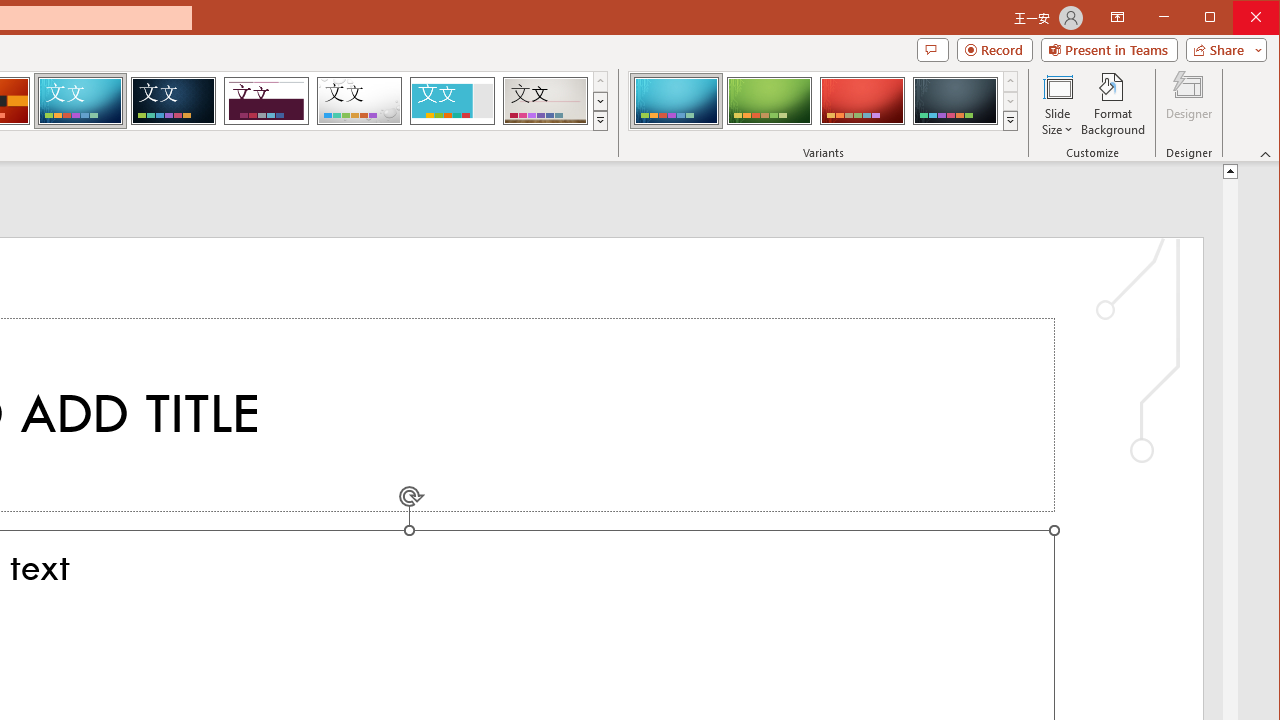  Describe the element at coordinates (265, 100) in the screenshot. I see `'Dividend'` at that location.